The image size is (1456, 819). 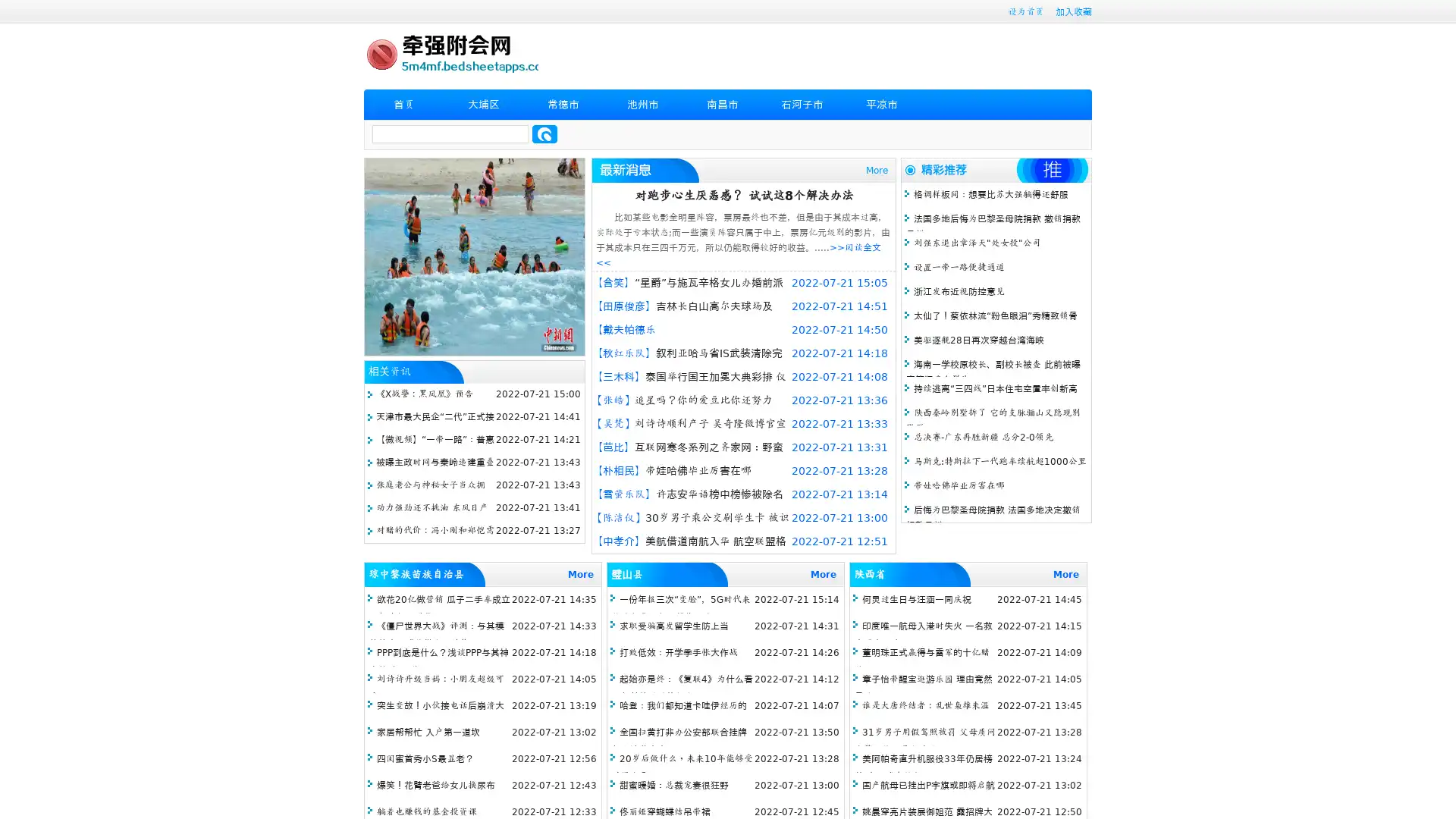 What do you see at coordinates (544, 133) in the screenshot?
I see `Search` at bounding box center [544, 133].